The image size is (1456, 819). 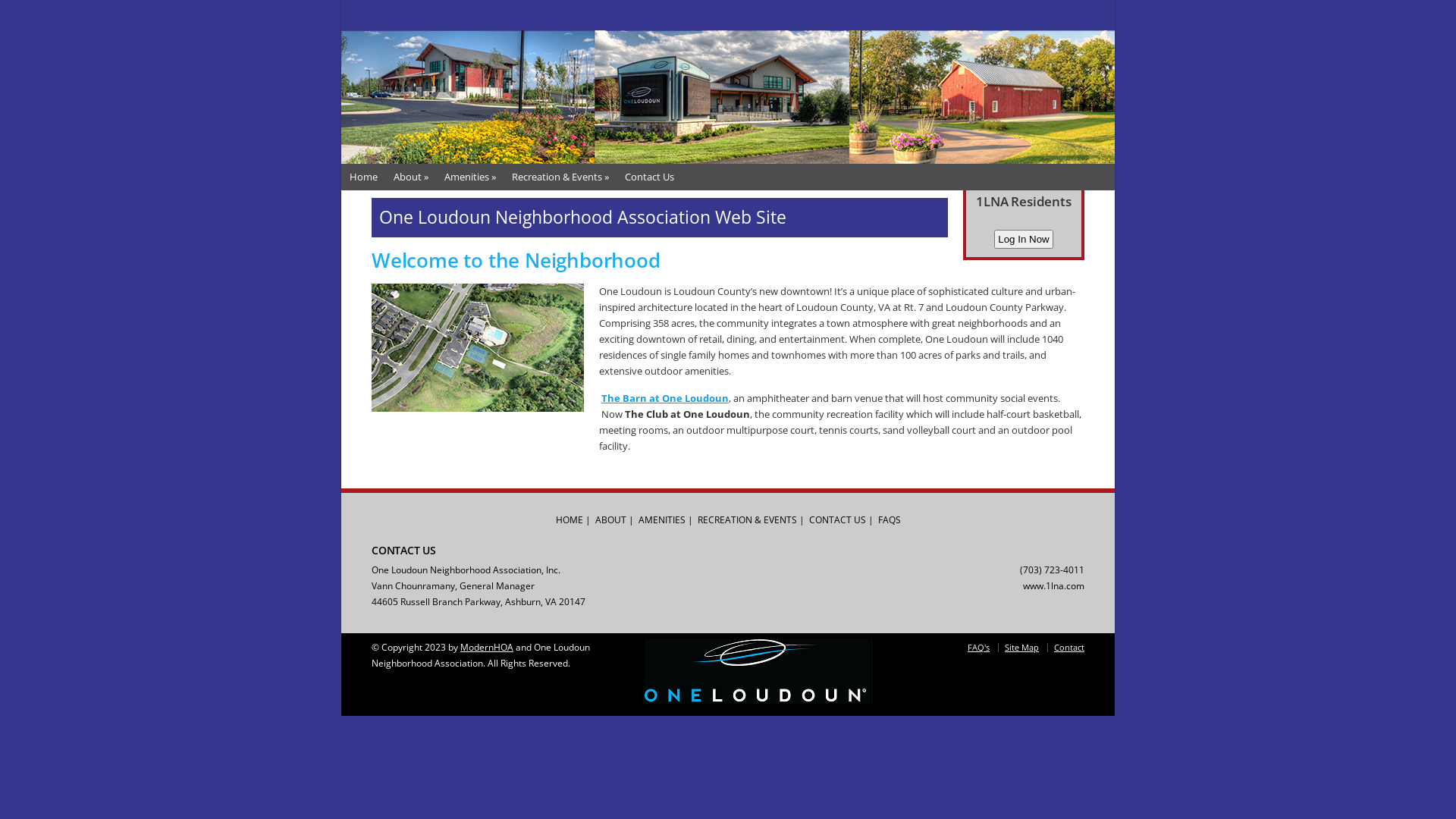 I want to click on 'Home', so click(x=364, y=176).